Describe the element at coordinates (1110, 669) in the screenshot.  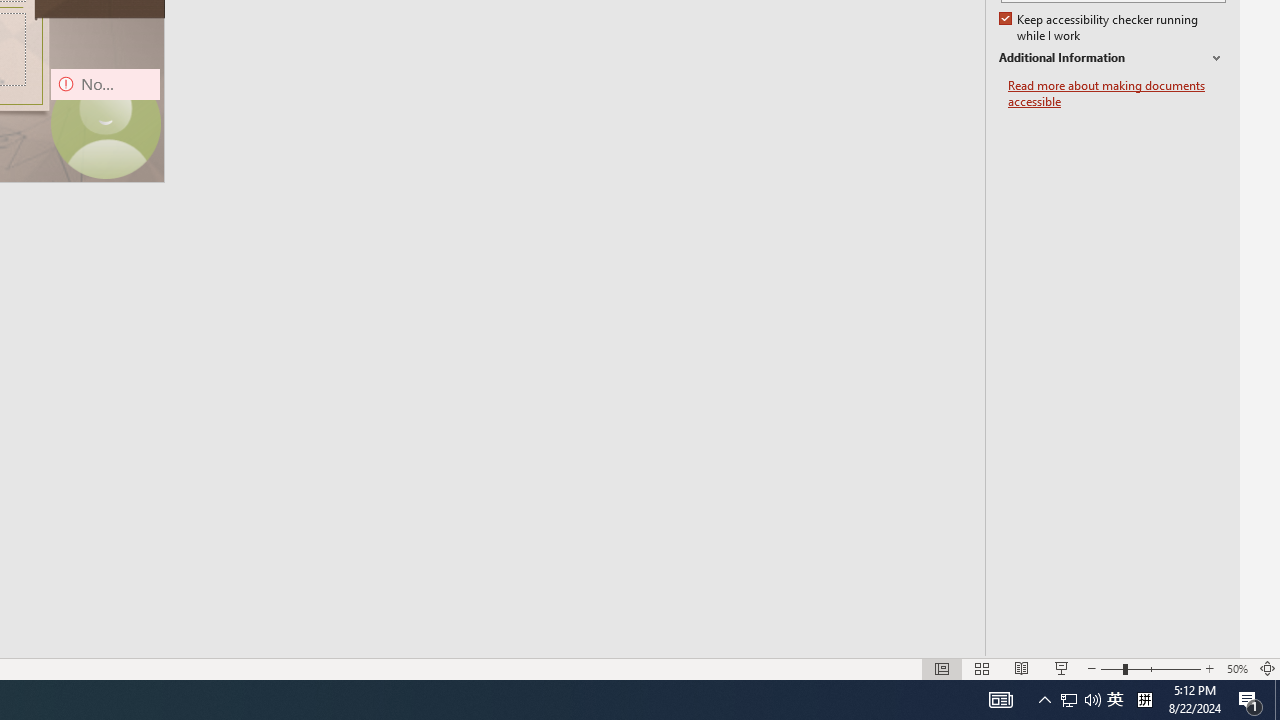
I see `'Zoom Out'` at that location.